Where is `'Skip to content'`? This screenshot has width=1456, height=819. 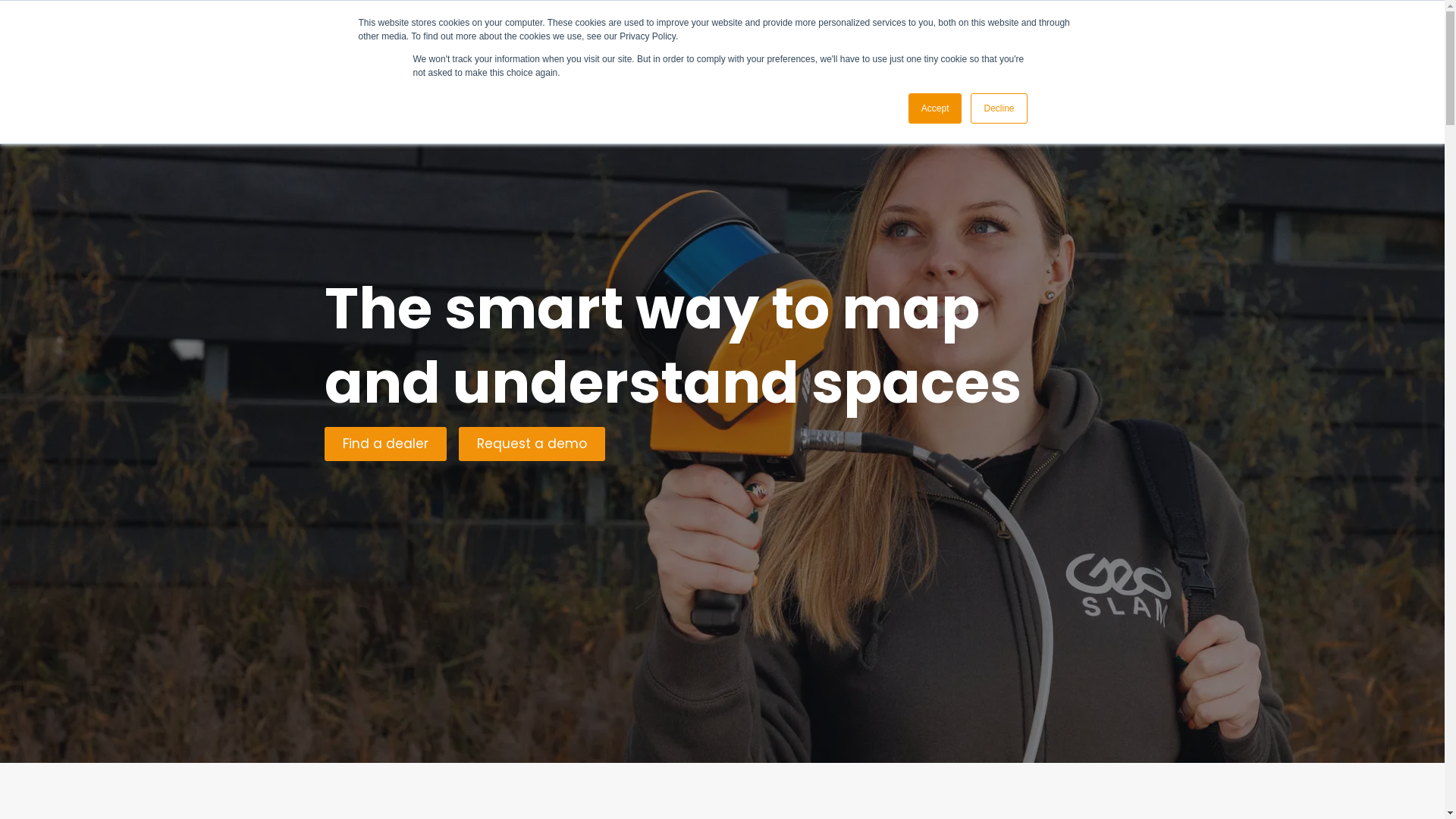 'Skip to content' is located at coordinates (14, 8).